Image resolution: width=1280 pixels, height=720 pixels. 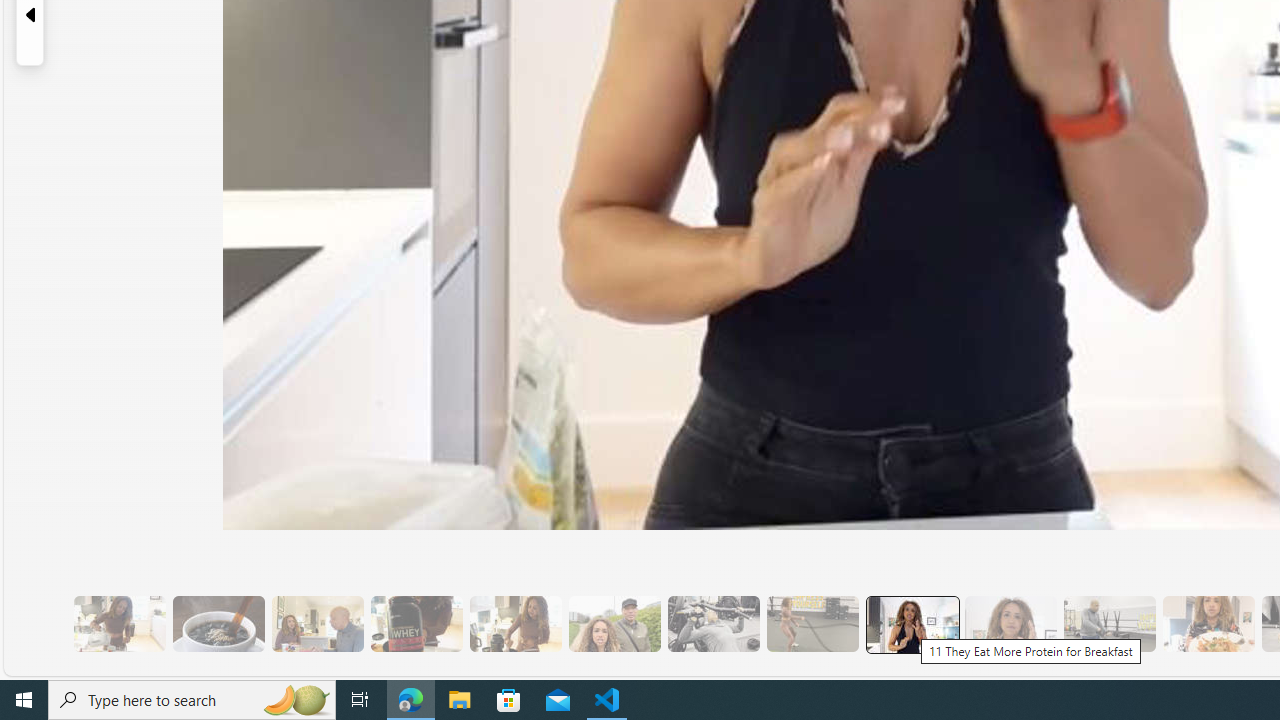 What do you see at coordinates (812, 623) in the screenshot?
I see `'10 Then, They Do HIIT Cardio'` at bounding box center [812, 623].